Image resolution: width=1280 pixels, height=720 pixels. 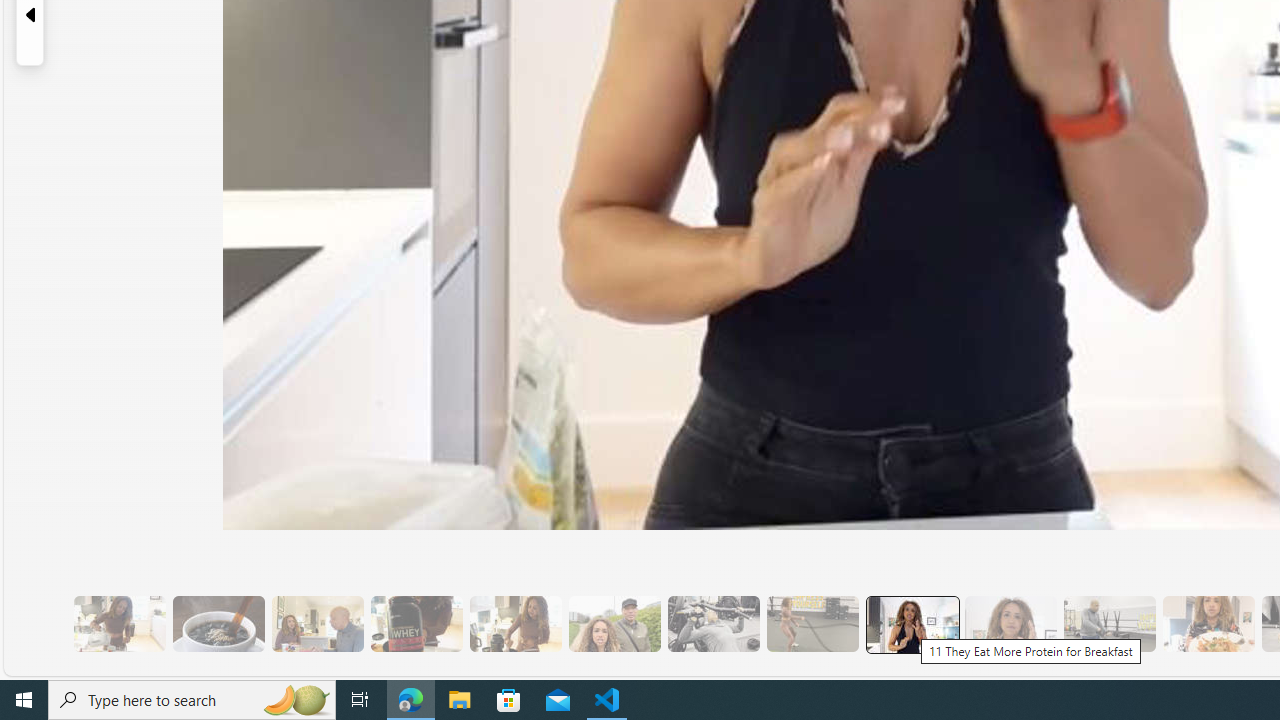 What do you see at coordinates (812, 623) in the screenshot?
I see `'10 Then, They Do HIIT Cardio'` at bounding box center [812, 623].